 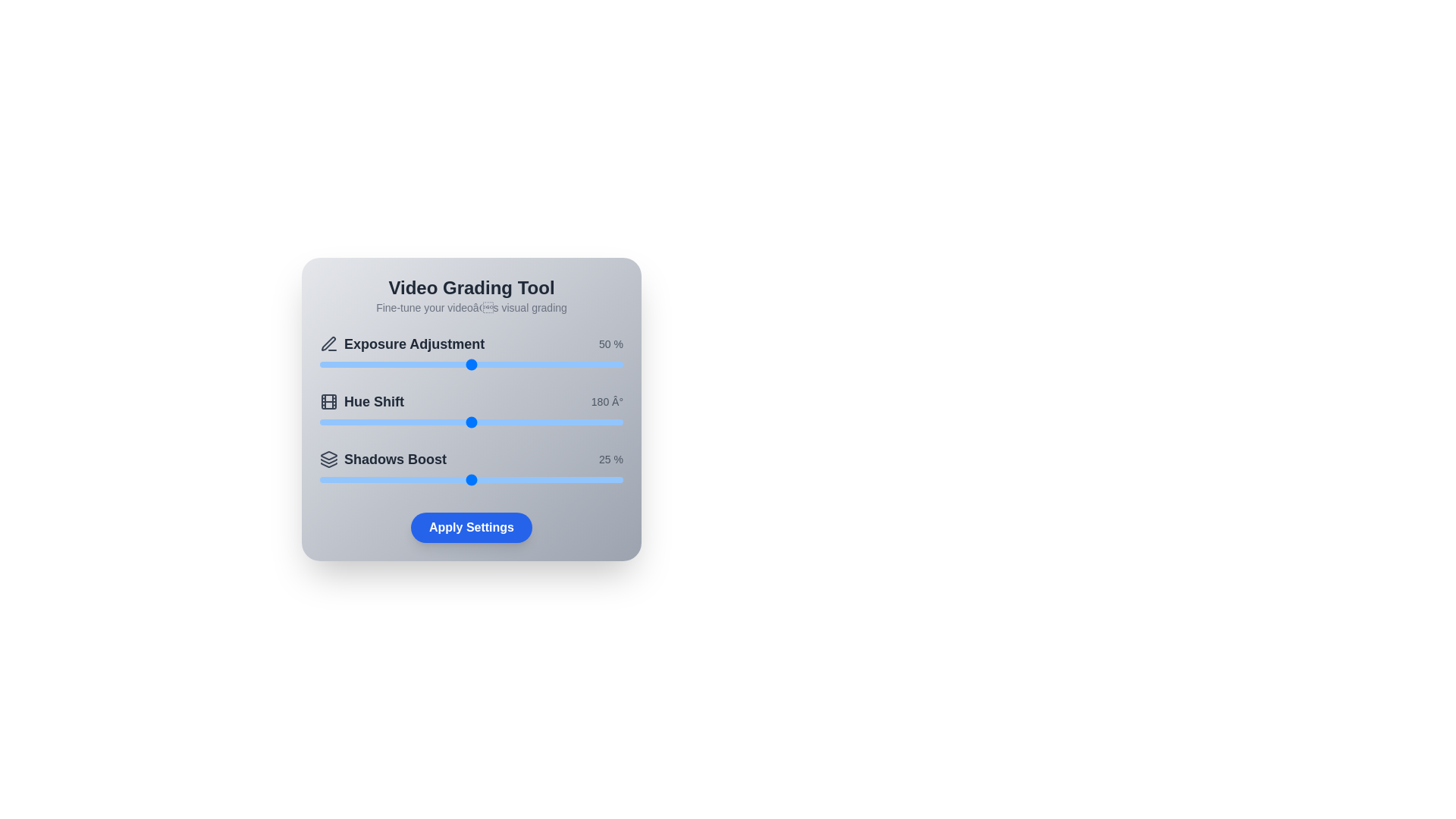 What do you see at coordinates (328, 344) in the screenshot?
I see `the pen icon styled as an edit symbol, which is grayish in hue and located to the left of the 'Exposure Adjustment' text in the first row of the interactive list` at bounding box center [328, 344].